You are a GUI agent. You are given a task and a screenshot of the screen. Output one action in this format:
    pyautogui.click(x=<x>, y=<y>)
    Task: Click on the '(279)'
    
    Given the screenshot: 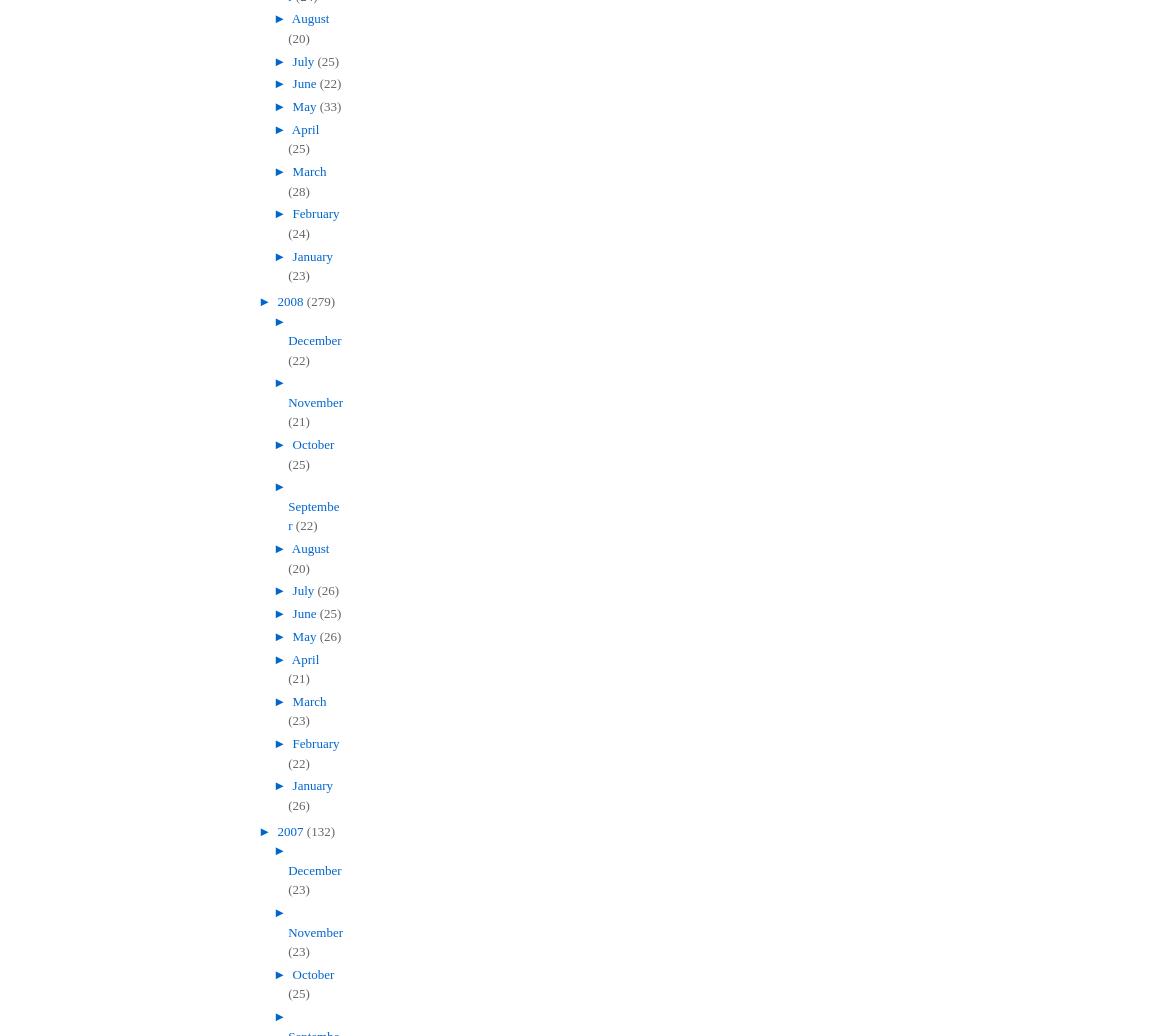 What is the action you would take?
    pyautogui.click(x=320, y=301)
    